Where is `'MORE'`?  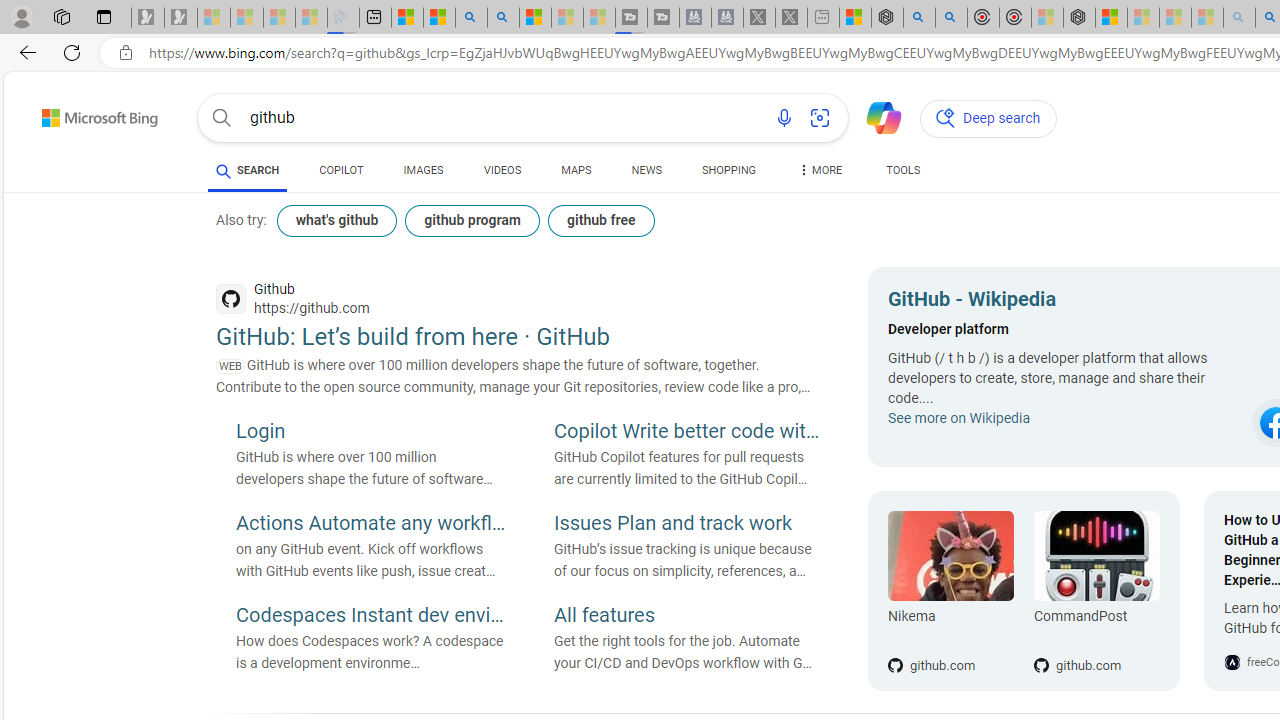
'MORE' is located at coordinates (819, 172).